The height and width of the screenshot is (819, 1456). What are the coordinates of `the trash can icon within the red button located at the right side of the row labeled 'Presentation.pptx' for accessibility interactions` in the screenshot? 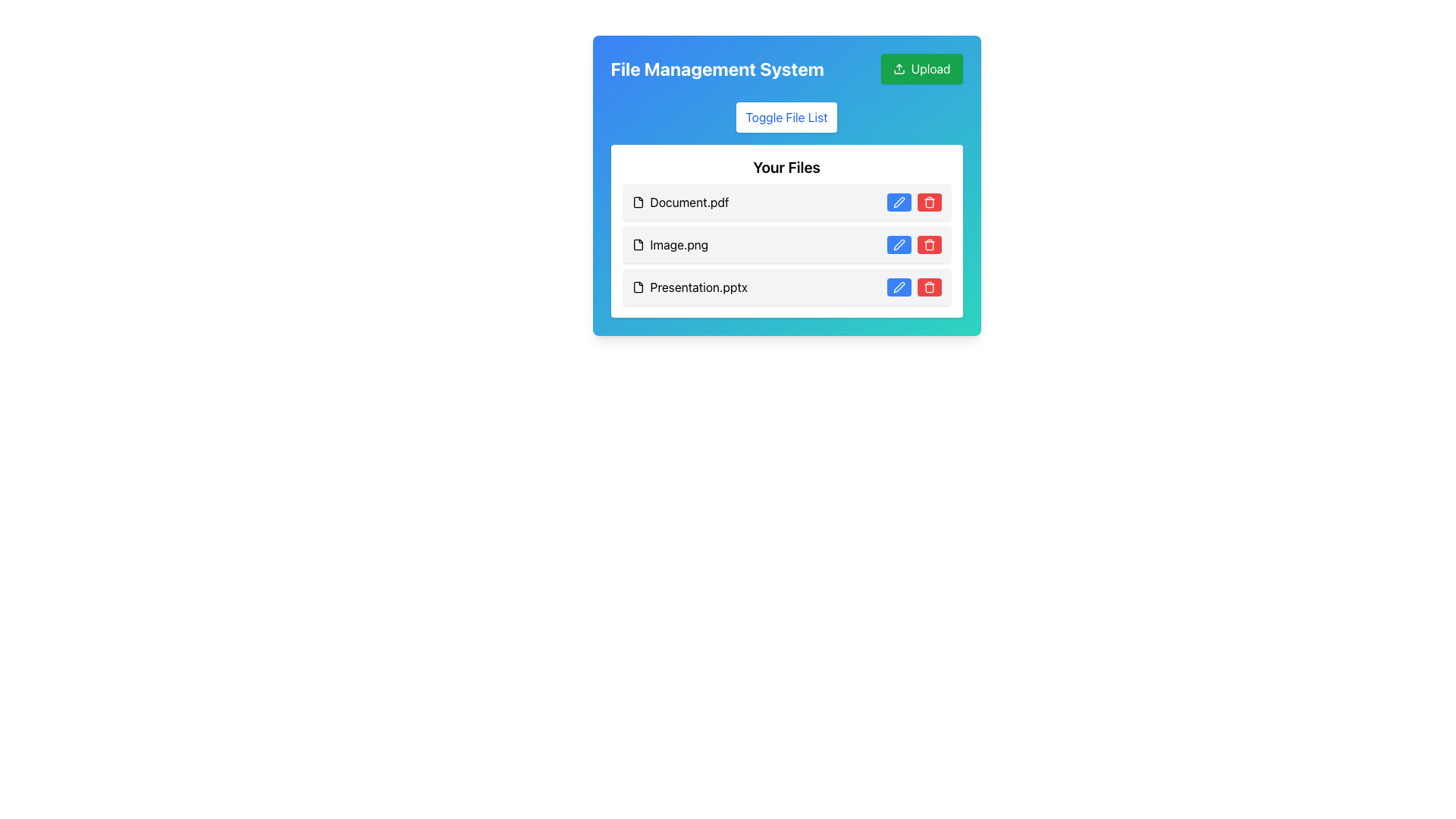 It's located at (928, 201).